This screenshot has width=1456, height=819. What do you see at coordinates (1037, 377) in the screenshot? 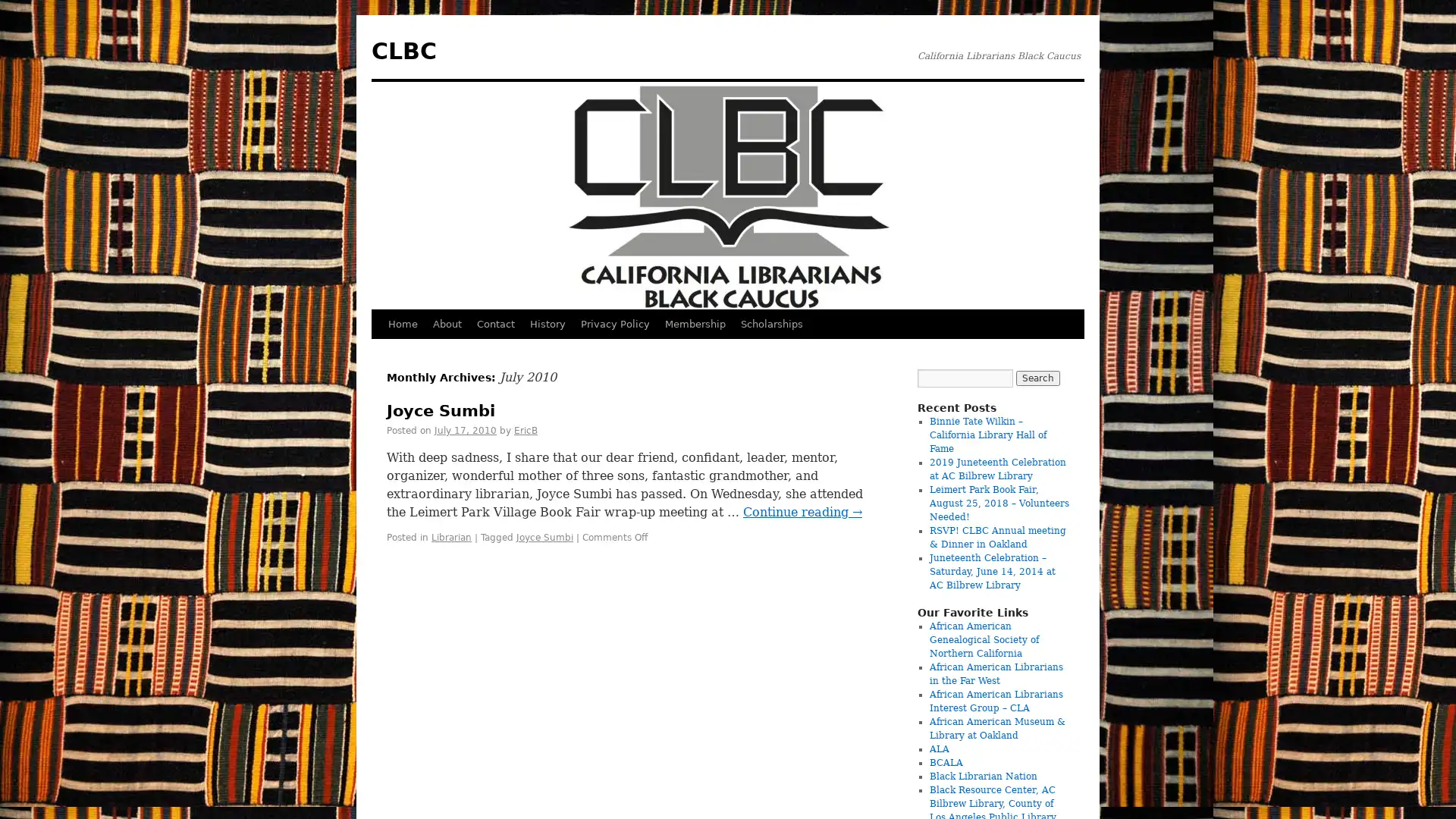
I see `Search` at bounding box center [1037, 377].